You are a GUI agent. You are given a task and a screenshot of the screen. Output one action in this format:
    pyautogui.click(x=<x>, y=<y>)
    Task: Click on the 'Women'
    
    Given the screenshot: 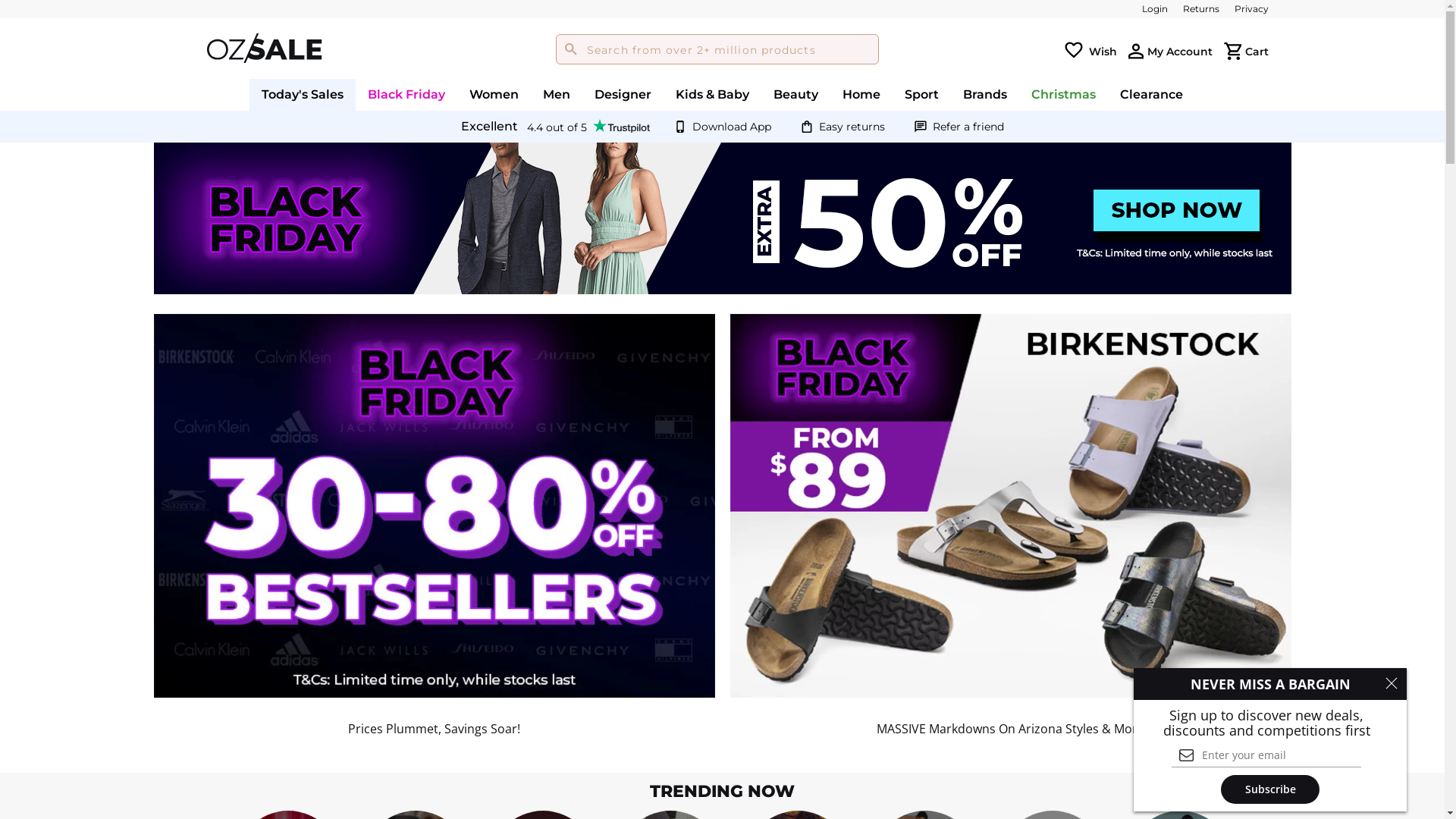 What is the action you would take?
    pyautogui.click(x=494, y=94)
    